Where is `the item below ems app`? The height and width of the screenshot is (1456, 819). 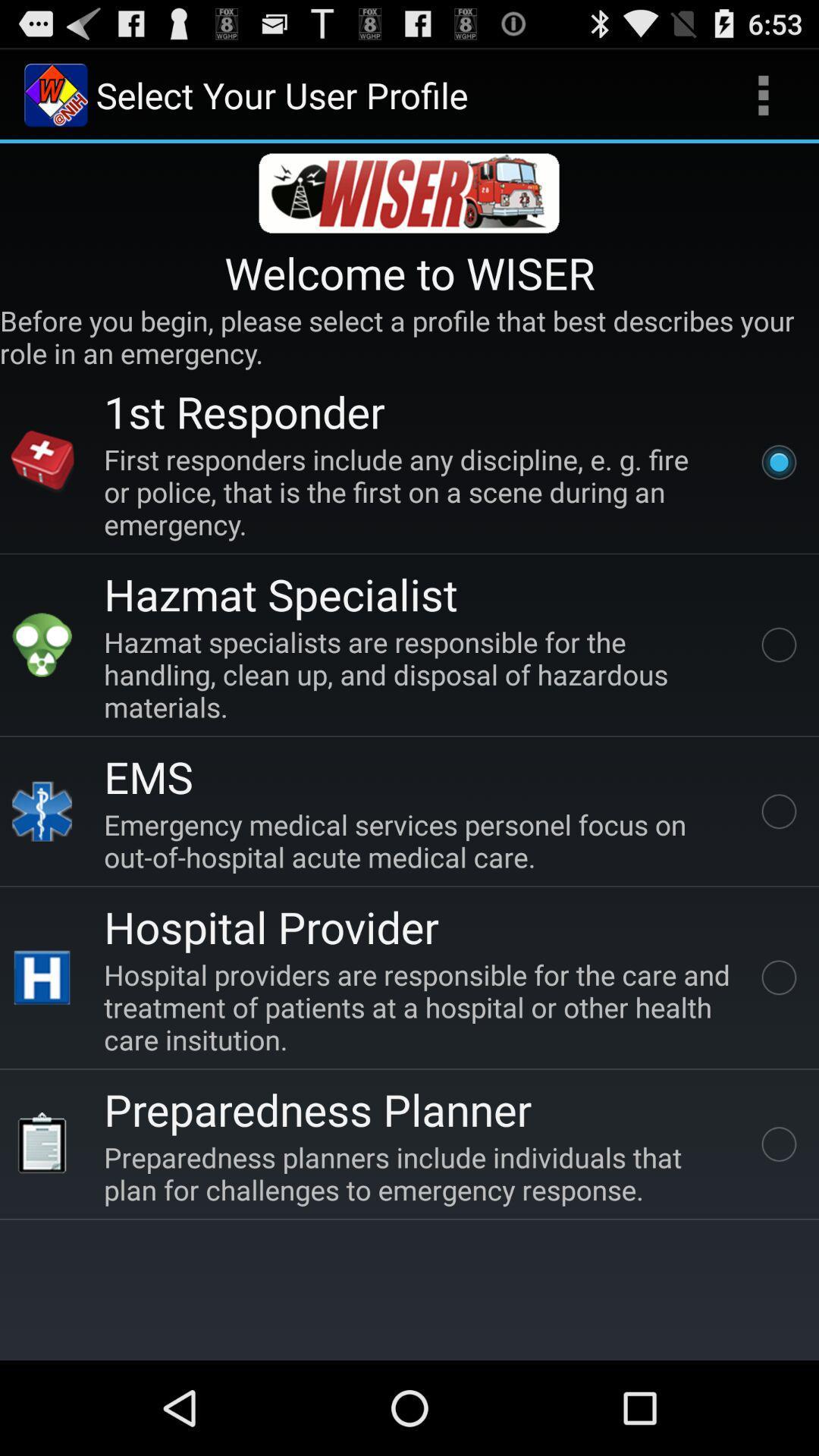 the item below ems app is located at coordinates (420, 839).